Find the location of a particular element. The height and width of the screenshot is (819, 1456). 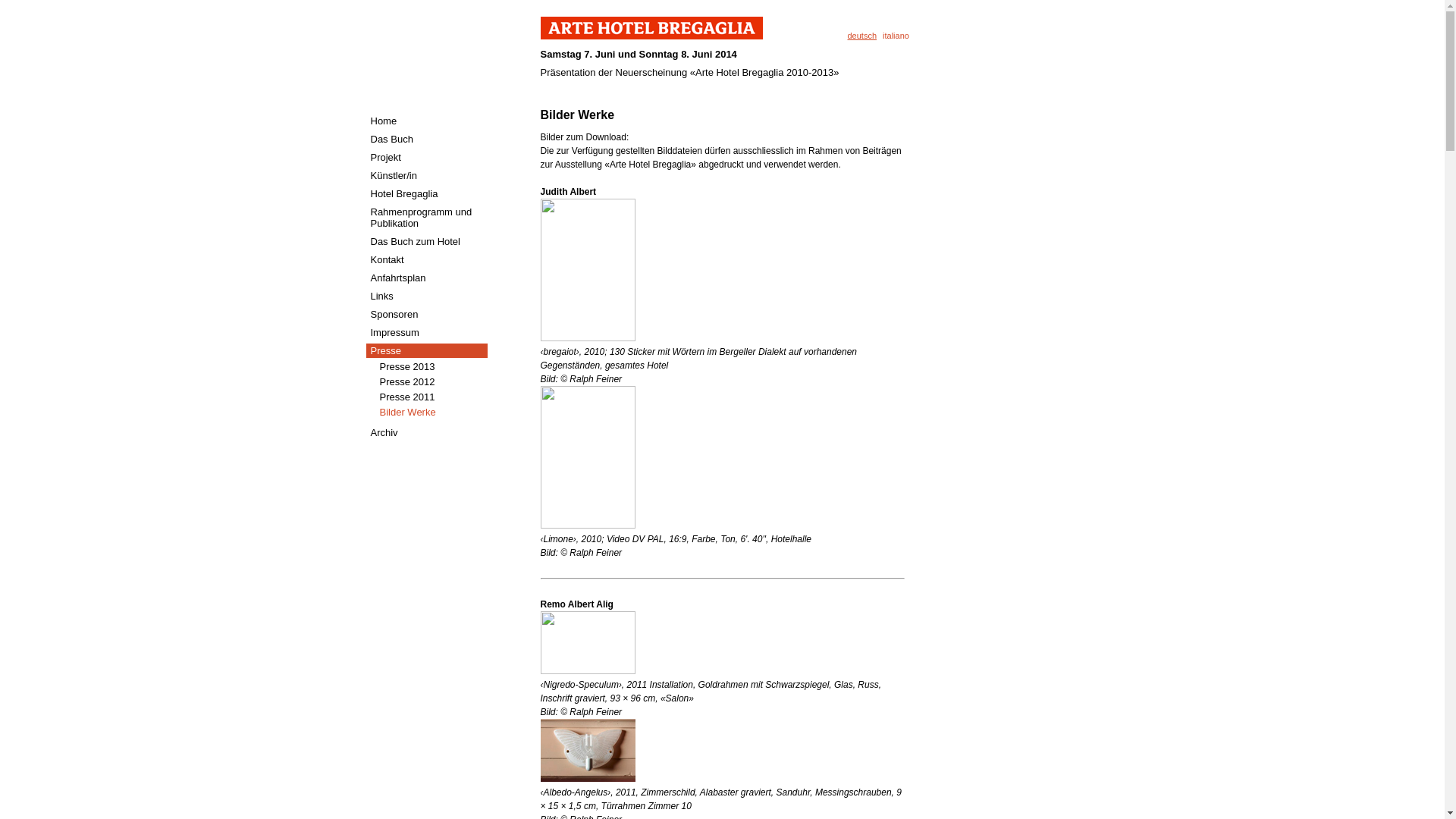

'Anfahrtsplan' is located at coordinates (425, 278).